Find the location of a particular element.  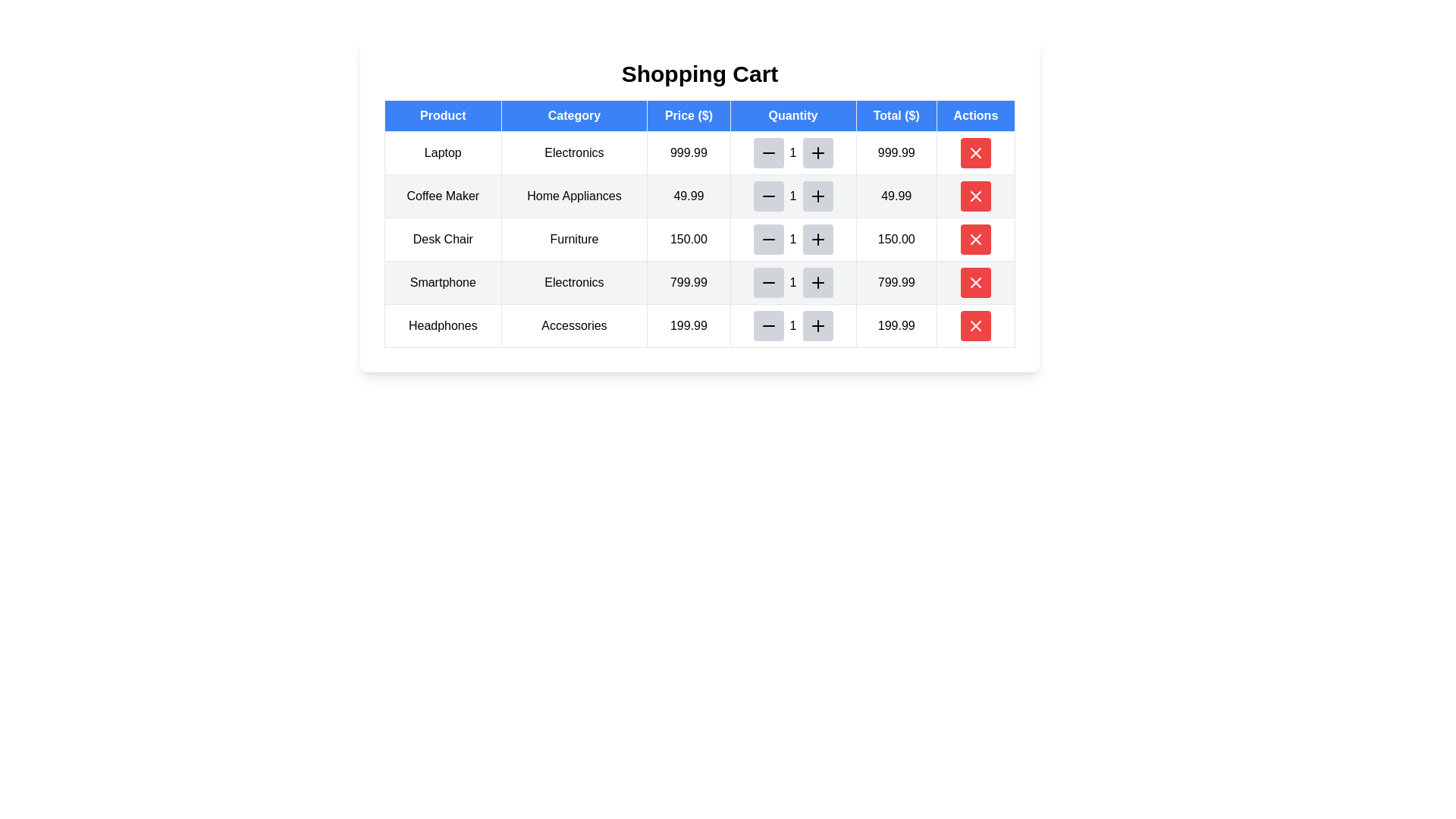

the non-editable Text label displaying the current quantity for a shopping cart item, located in the second cell group of the 'Quantity' column, between the minus and plus buttons is located at coordinates (792, 152).